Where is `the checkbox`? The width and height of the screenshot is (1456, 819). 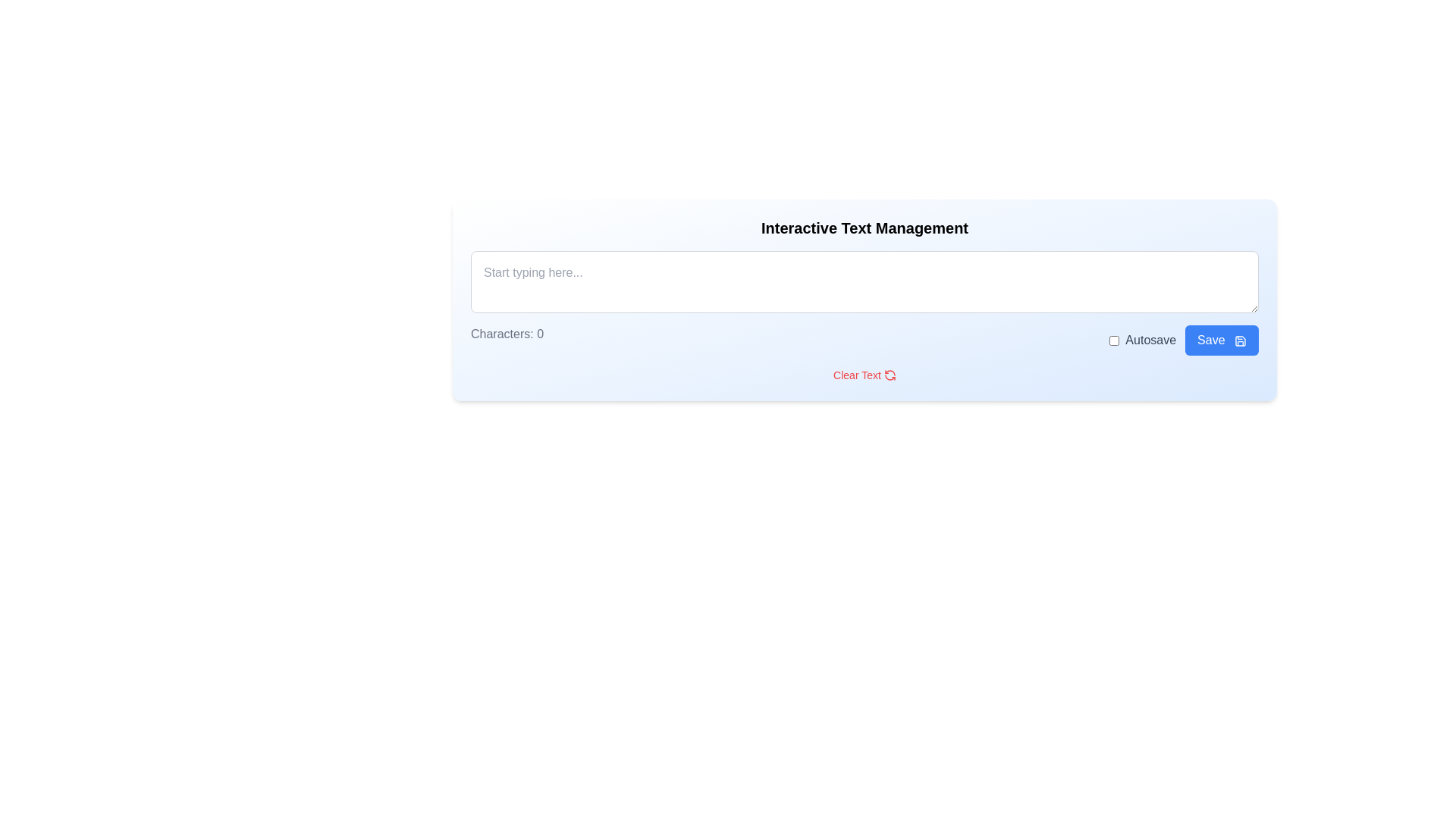 the checkbox is located at coordinates (1114, 339).